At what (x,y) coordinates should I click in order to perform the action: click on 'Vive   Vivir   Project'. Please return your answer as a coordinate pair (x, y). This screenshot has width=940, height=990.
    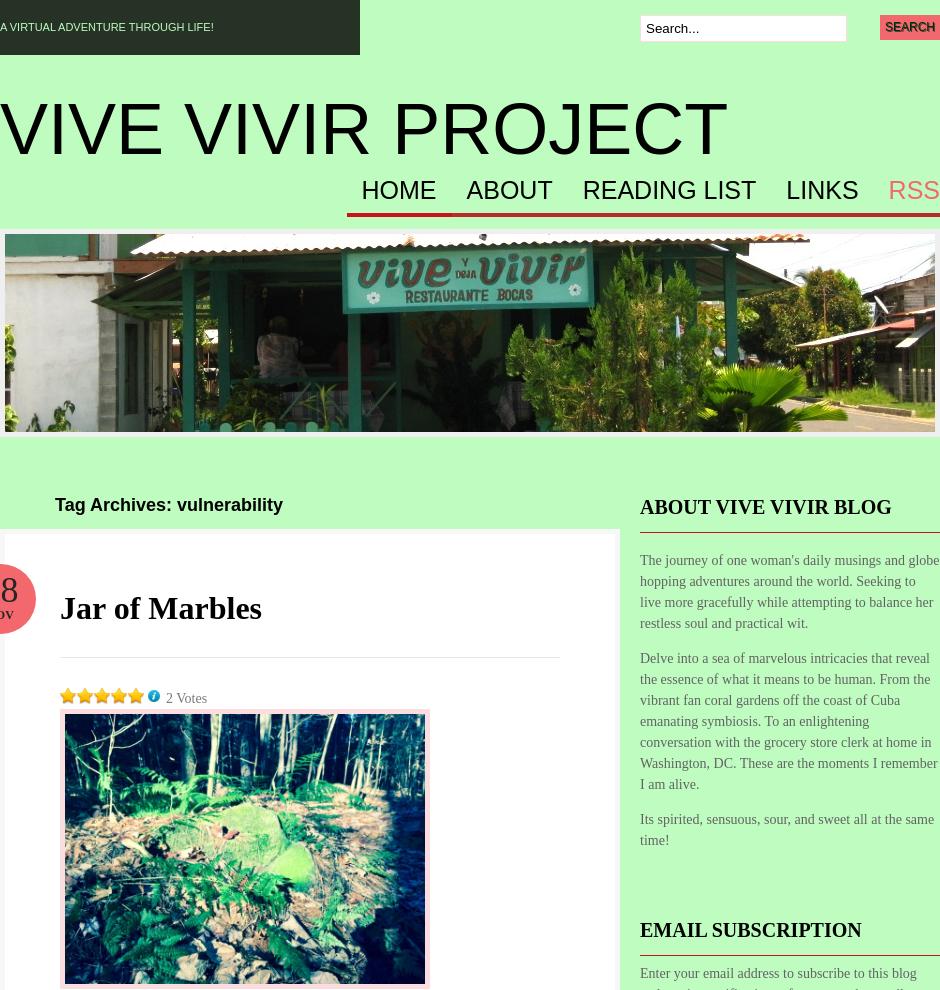
    Looking at the image, I should click on (362, 127).